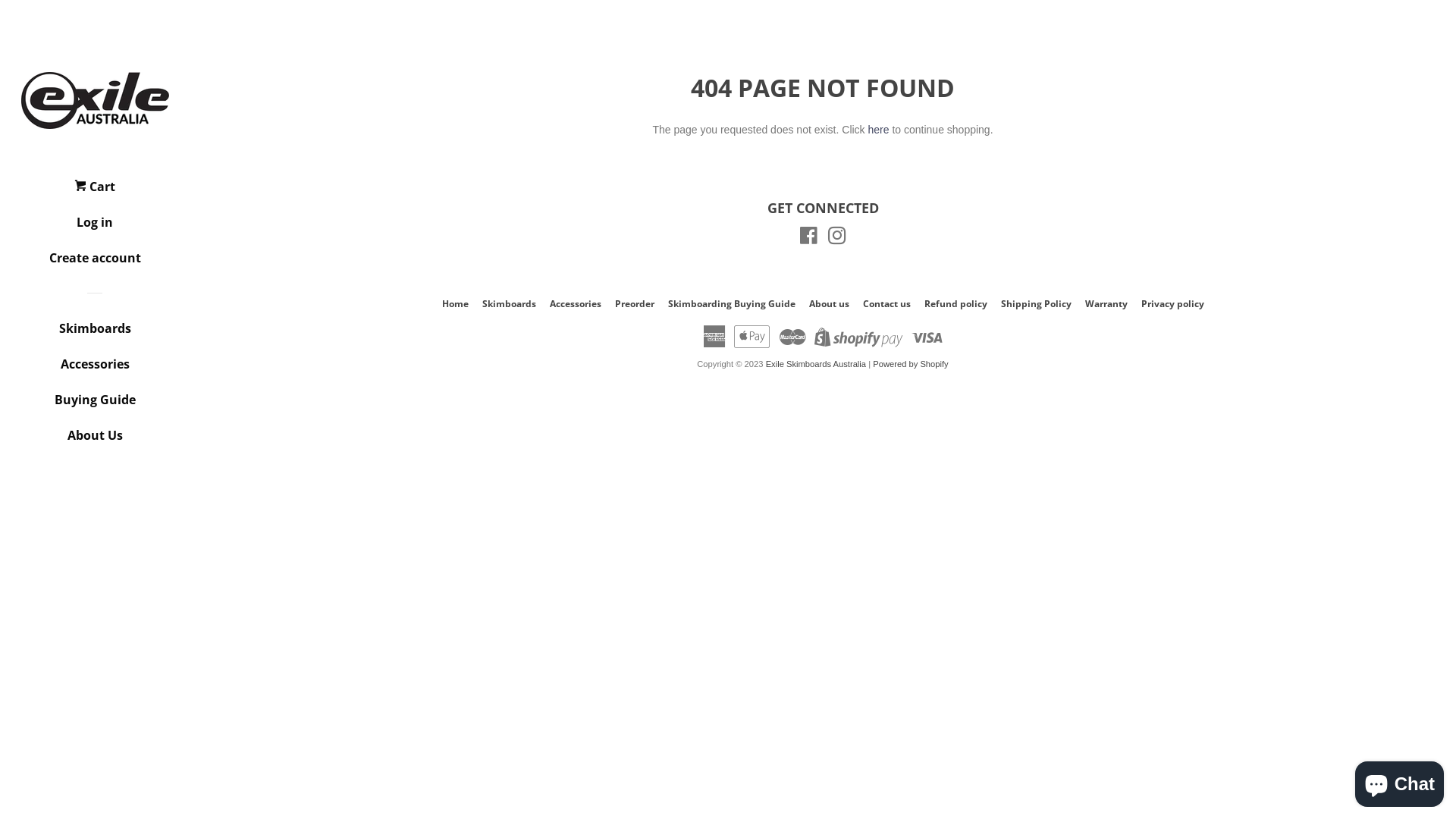 The height and width of the screenshot is (819, 1456). Describe the element at coordinates (886, 303) in the screenshot. I see `'Contact us'` at that location.